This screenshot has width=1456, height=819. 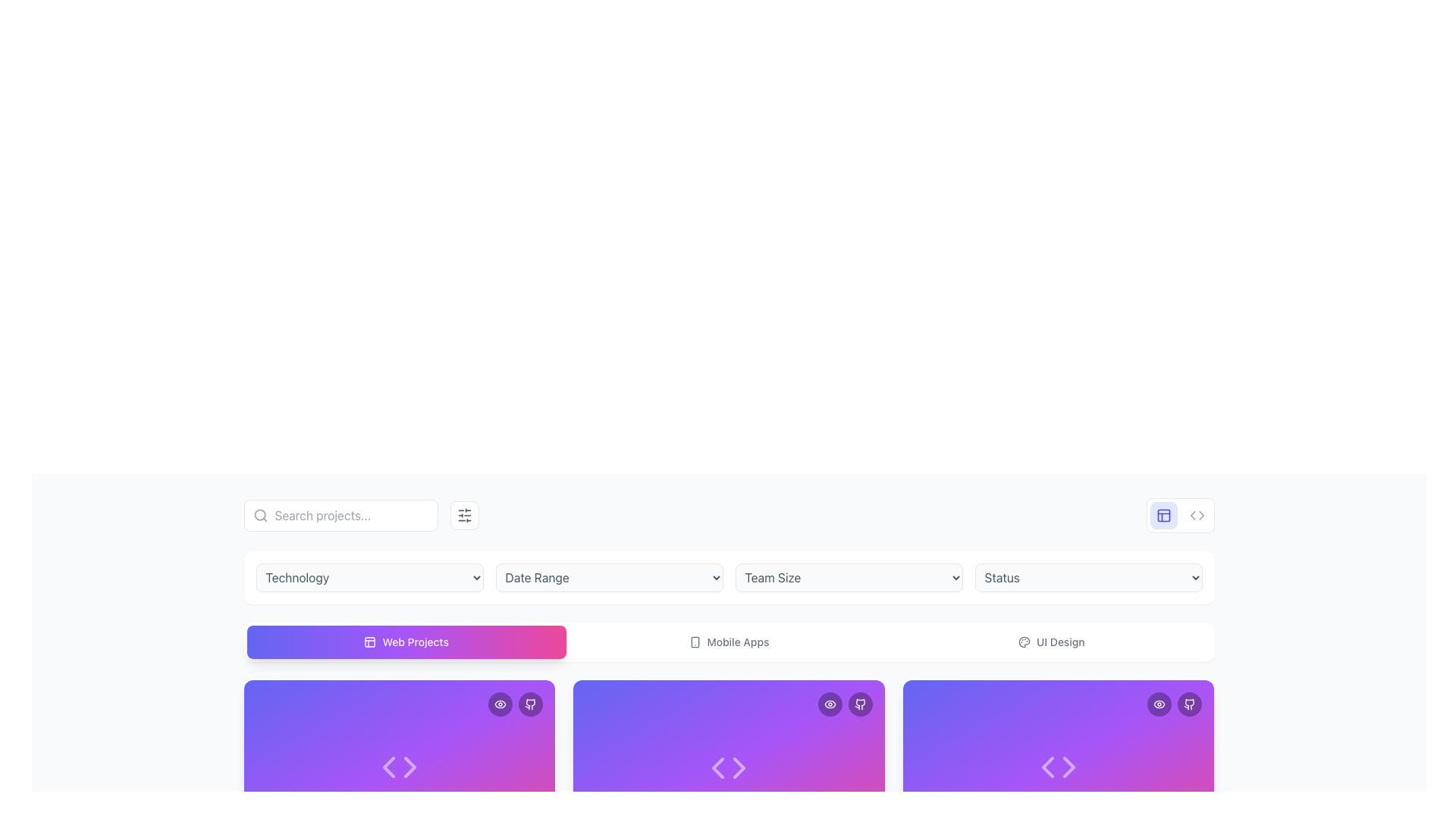 I want to click on the right-facing arrow icon in the navigation controls on the third card from the left, so click(x=739, y=767).